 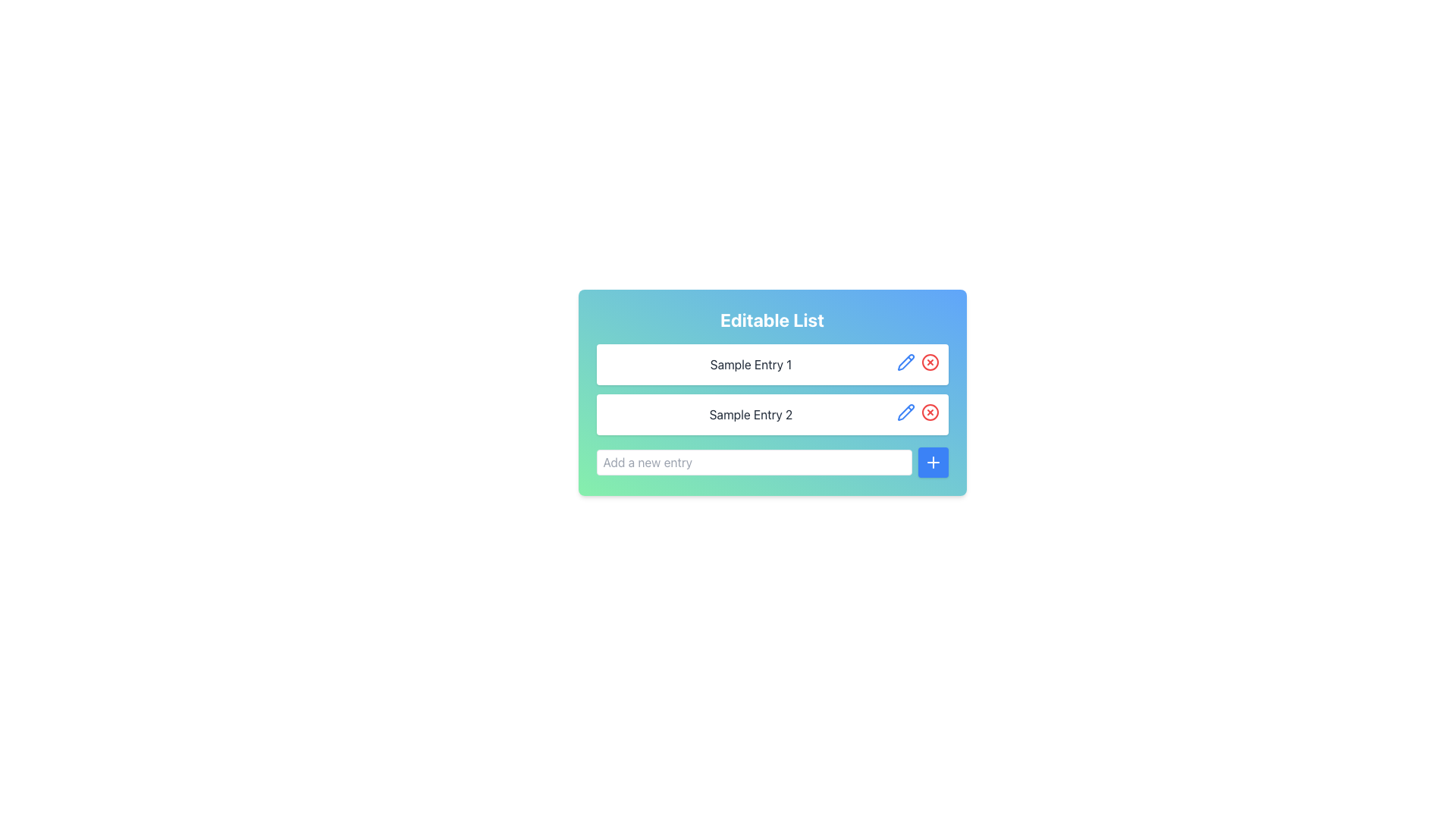 I want to click on the static label displaying the title 'Sample Entry 2' located within the second entry box of the editable list interface, so click(x=751, y=415).